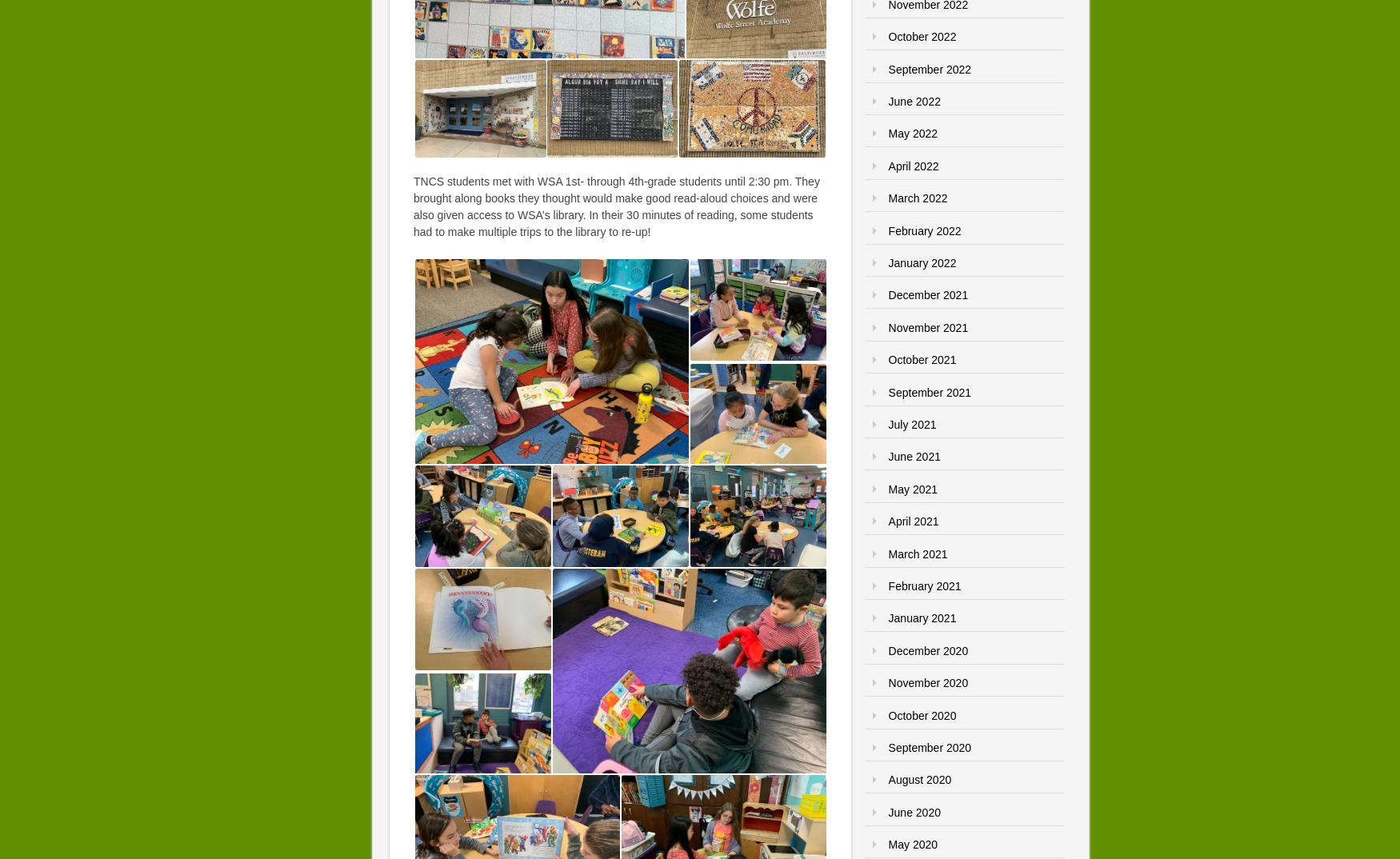 The image size is (1400, 859). Describe the element at coordinates (918, 778) in the screenshot. I see `'August 2020'` at that location.